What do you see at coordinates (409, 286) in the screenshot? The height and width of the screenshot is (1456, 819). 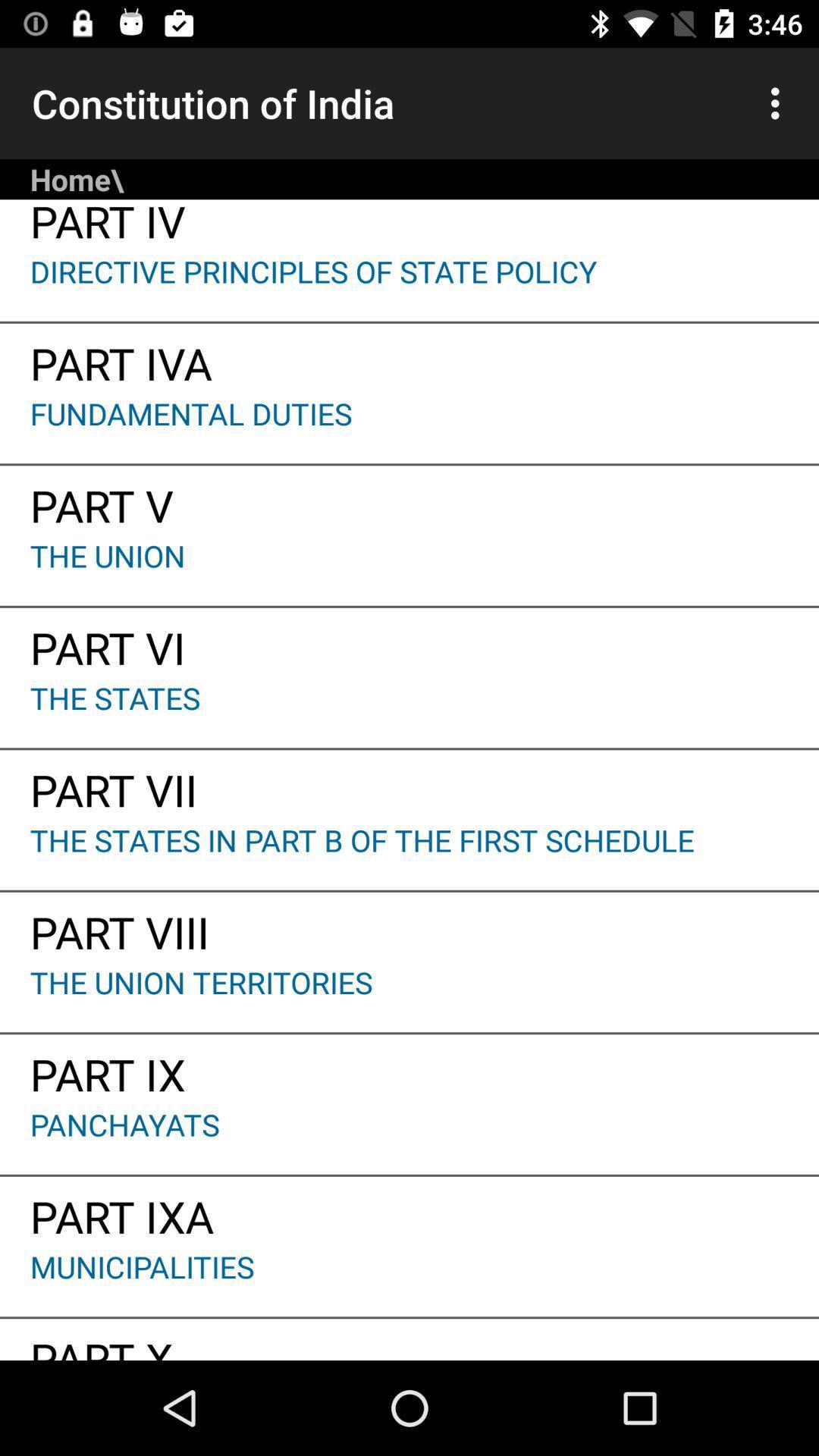 I see `app above part iva app` at bounding box center [409, 286].